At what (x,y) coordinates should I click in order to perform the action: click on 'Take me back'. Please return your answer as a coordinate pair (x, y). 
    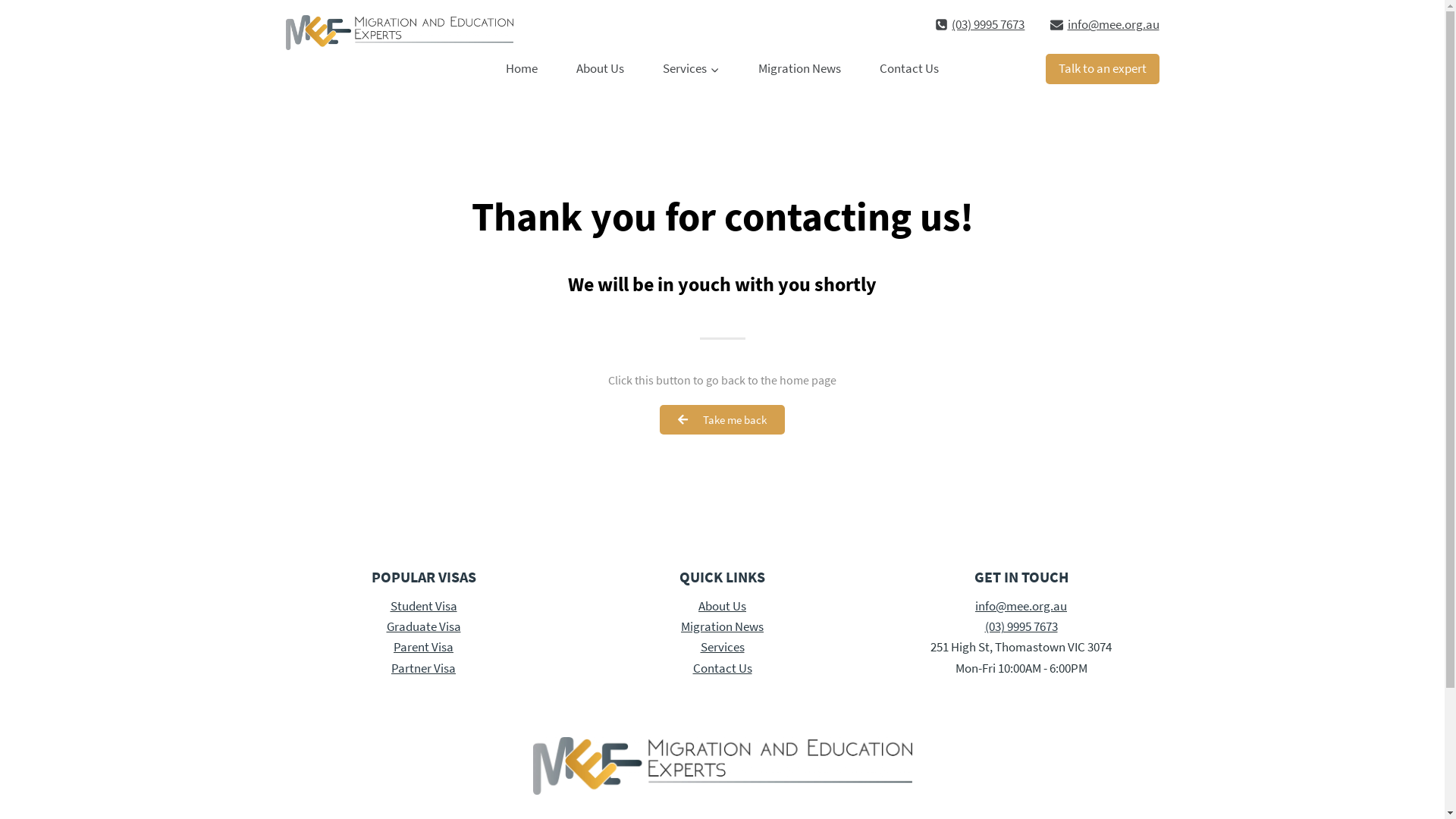
    Looking at the image, I should click on (721, 419).